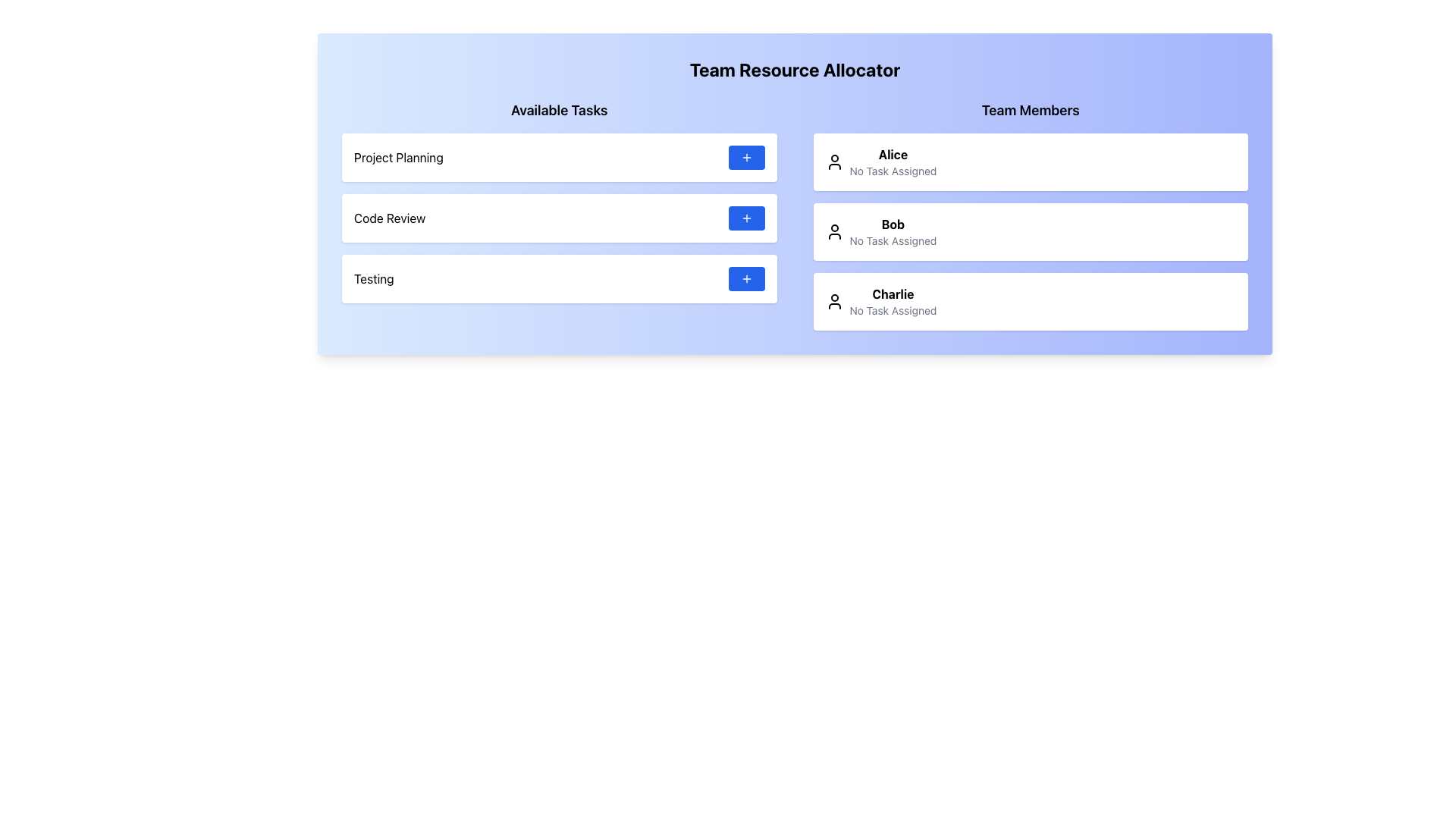 The width and height of the screenshot is (1456, 819). What do you see at coordinates (746, 278) in the screenshot?
I see `the SVG icon representing a plus sign ('+') symbol, which is located inside a blue rounded rectangular button that is the third in a vertical list` at bounding box center [746, 278].